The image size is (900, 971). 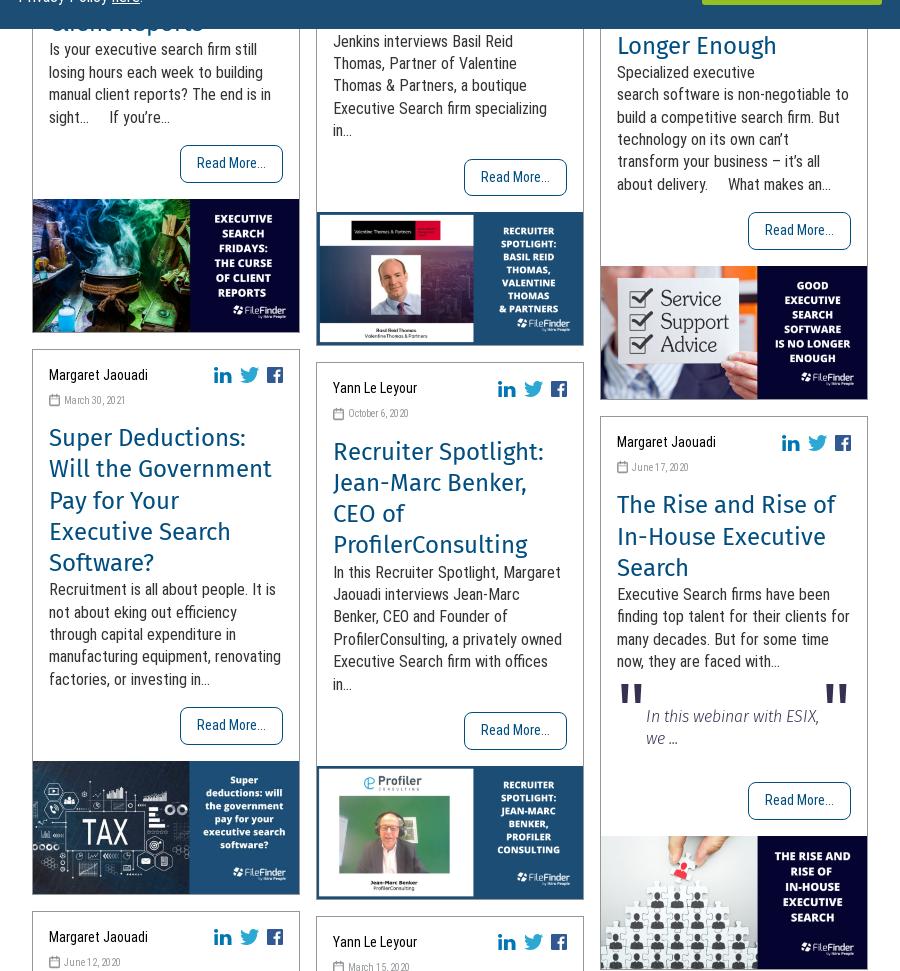 What do you see at coordinates (160, 82) in the screenshot?
I see `'Is your executive search firm still losing hours each week to building manual client reports? The end is in sight…     If you’re...'` at bounding box center [160, 82].